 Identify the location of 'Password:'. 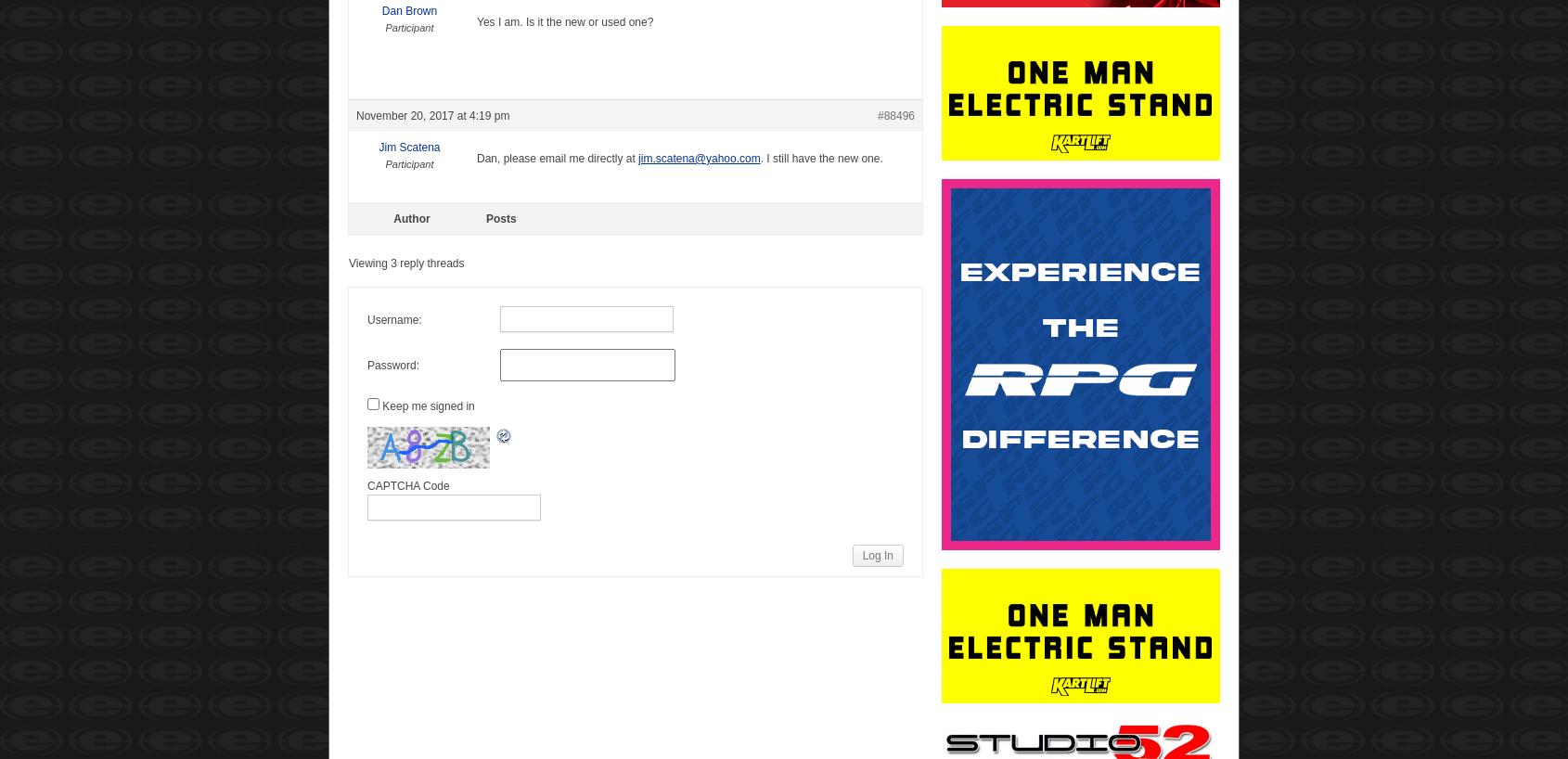
(393, 364).